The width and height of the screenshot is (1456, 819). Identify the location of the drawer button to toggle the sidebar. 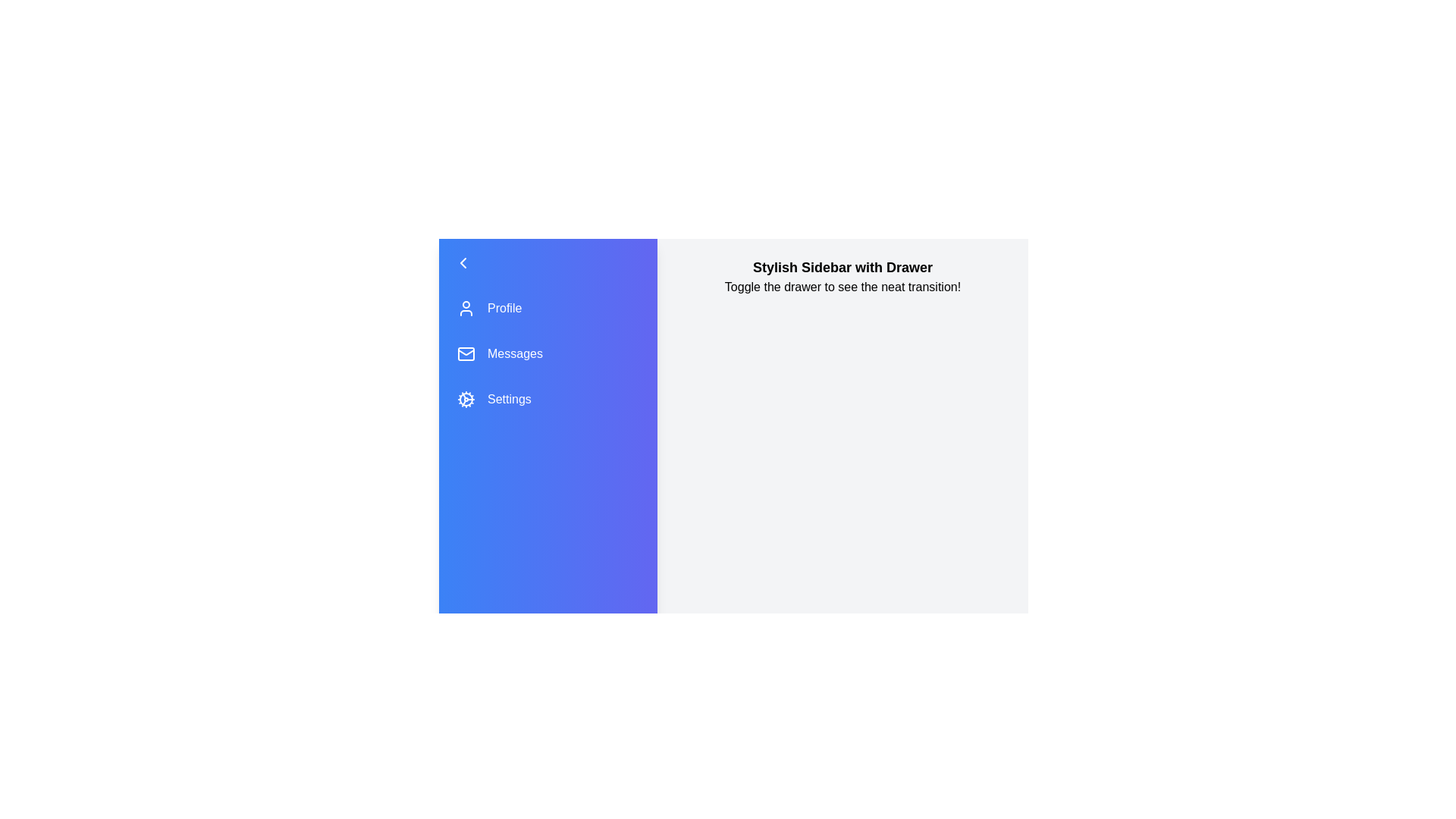
(548, 262).